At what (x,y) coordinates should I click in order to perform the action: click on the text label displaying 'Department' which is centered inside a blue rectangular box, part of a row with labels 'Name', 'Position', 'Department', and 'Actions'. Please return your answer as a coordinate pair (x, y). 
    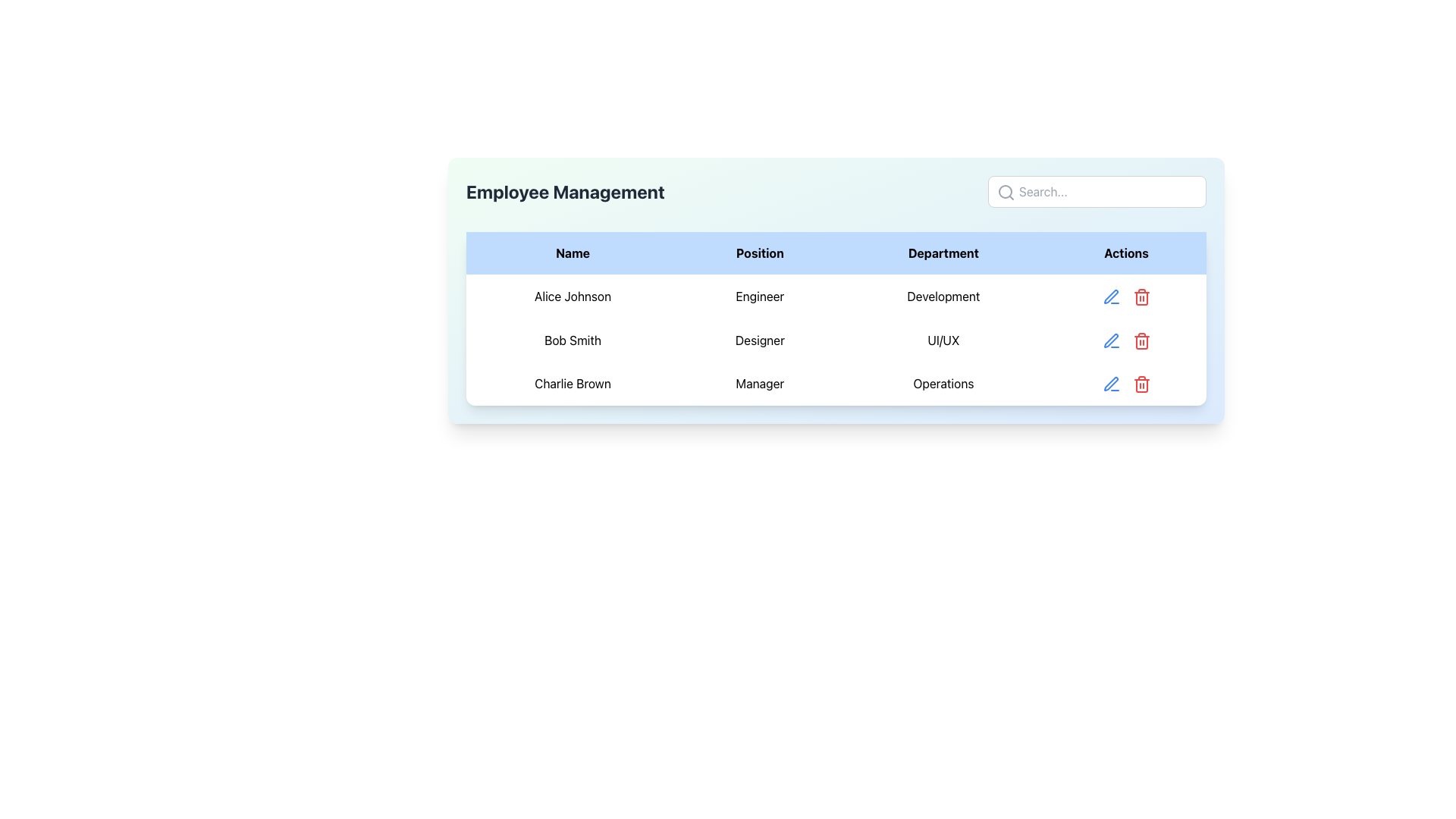
    Looking at the image, I should click on (943, 253).